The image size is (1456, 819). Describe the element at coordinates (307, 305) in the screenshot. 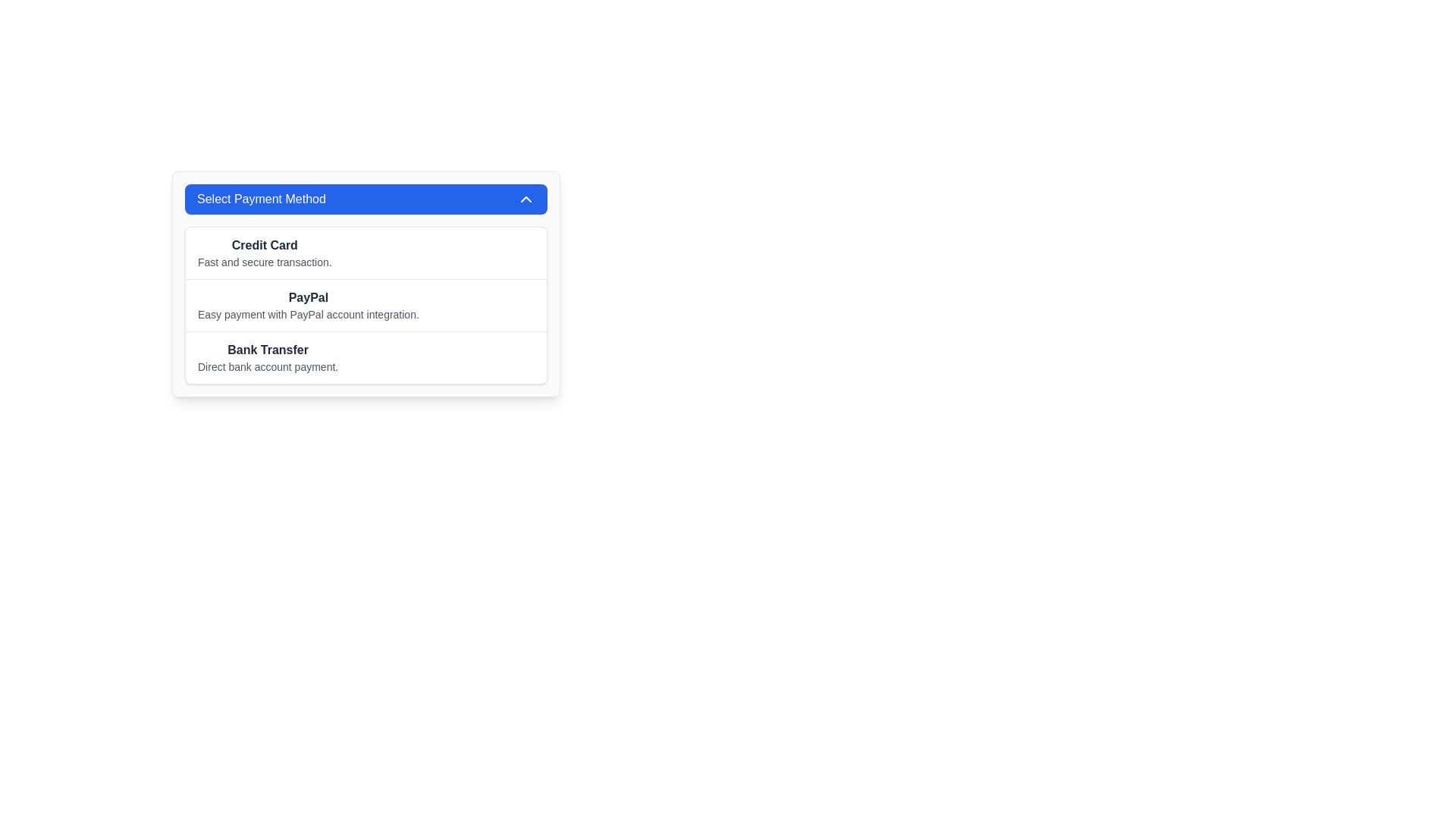

I see `the second selectable option in the payment methods list, which represents the PayPal payment method` at that location.